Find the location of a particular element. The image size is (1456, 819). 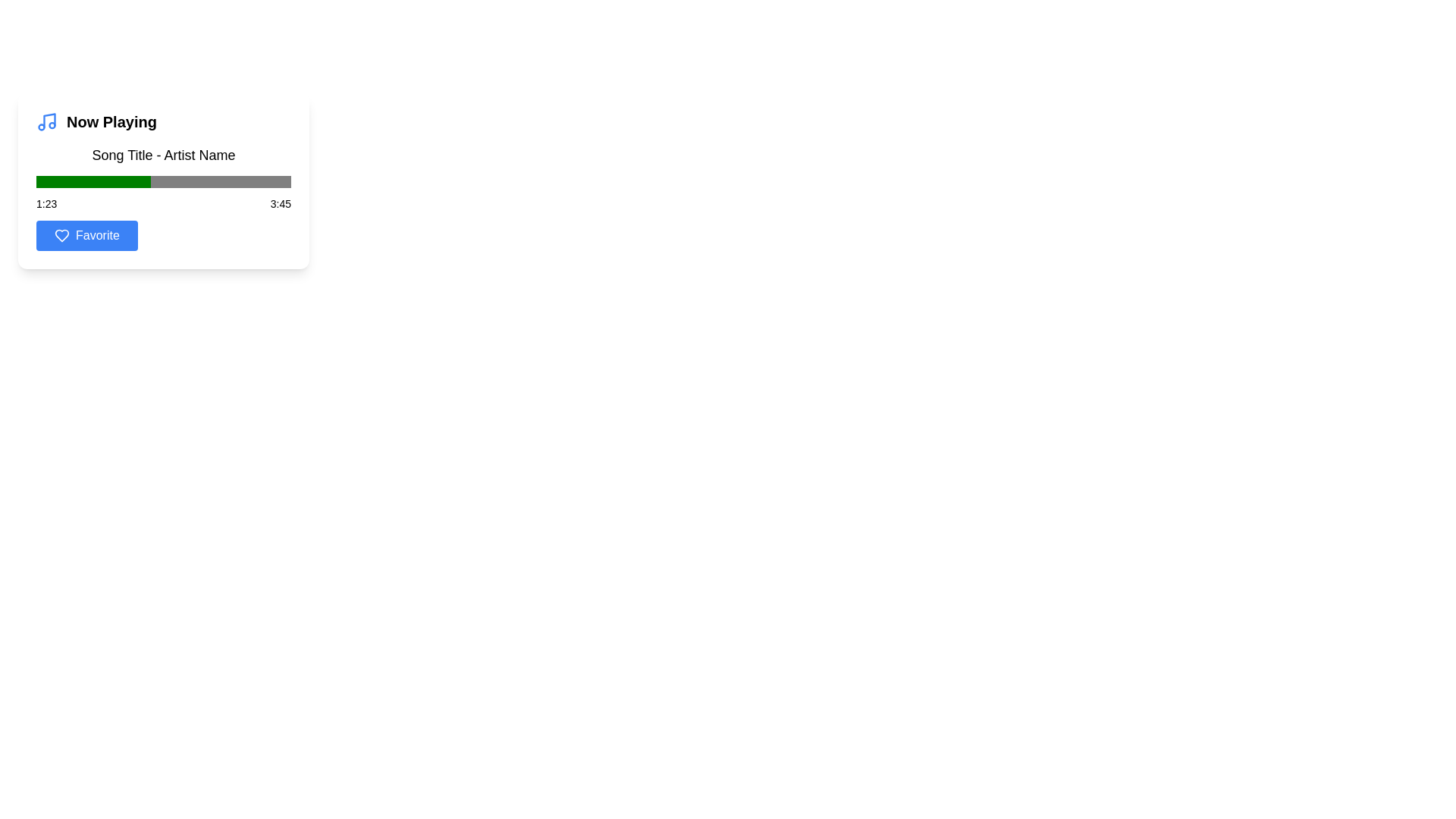

the text label displaying 'Song Title - Artist Name', which is prominently styled and located below the 'Now Playing' label is located at coordinates (164, 155).